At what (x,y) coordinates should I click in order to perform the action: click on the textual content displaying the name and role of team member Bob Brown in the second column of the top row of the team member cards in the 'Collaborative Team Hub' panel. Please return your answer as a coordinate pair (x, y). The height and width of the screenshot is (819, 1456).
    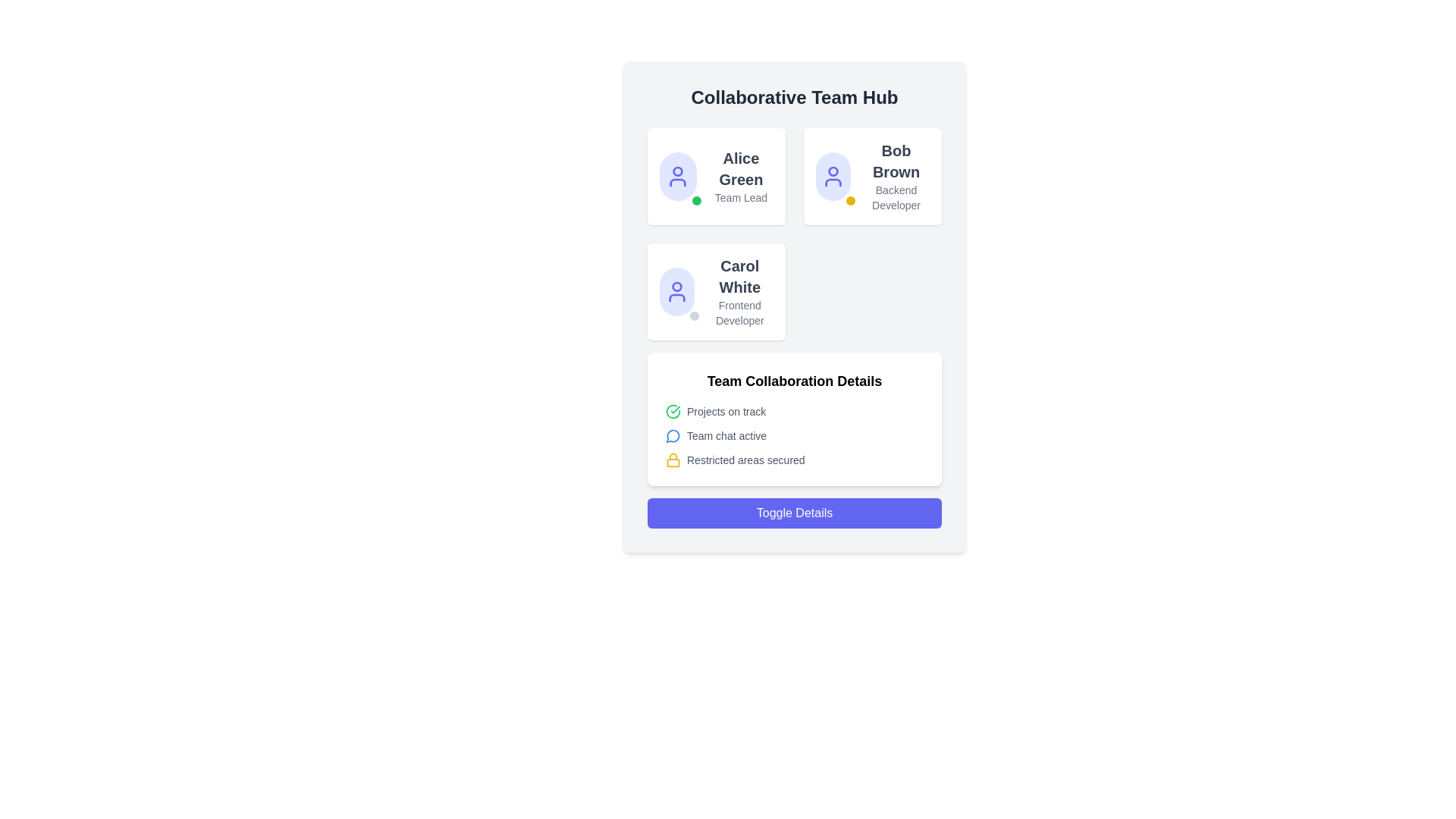
    Looking at the image, I should click on (896, 175).